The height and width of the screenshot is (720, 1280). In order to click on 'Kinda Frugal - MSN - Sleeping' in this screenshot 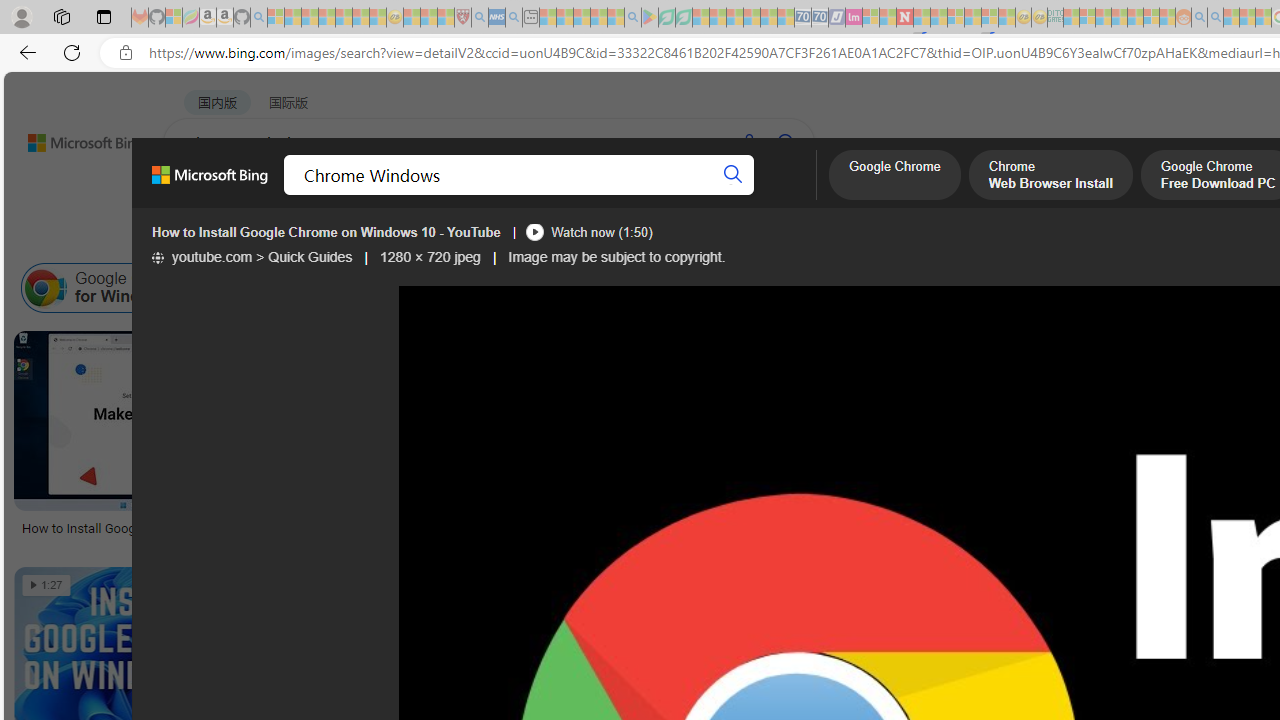, I will do `click(1135, 17)`.